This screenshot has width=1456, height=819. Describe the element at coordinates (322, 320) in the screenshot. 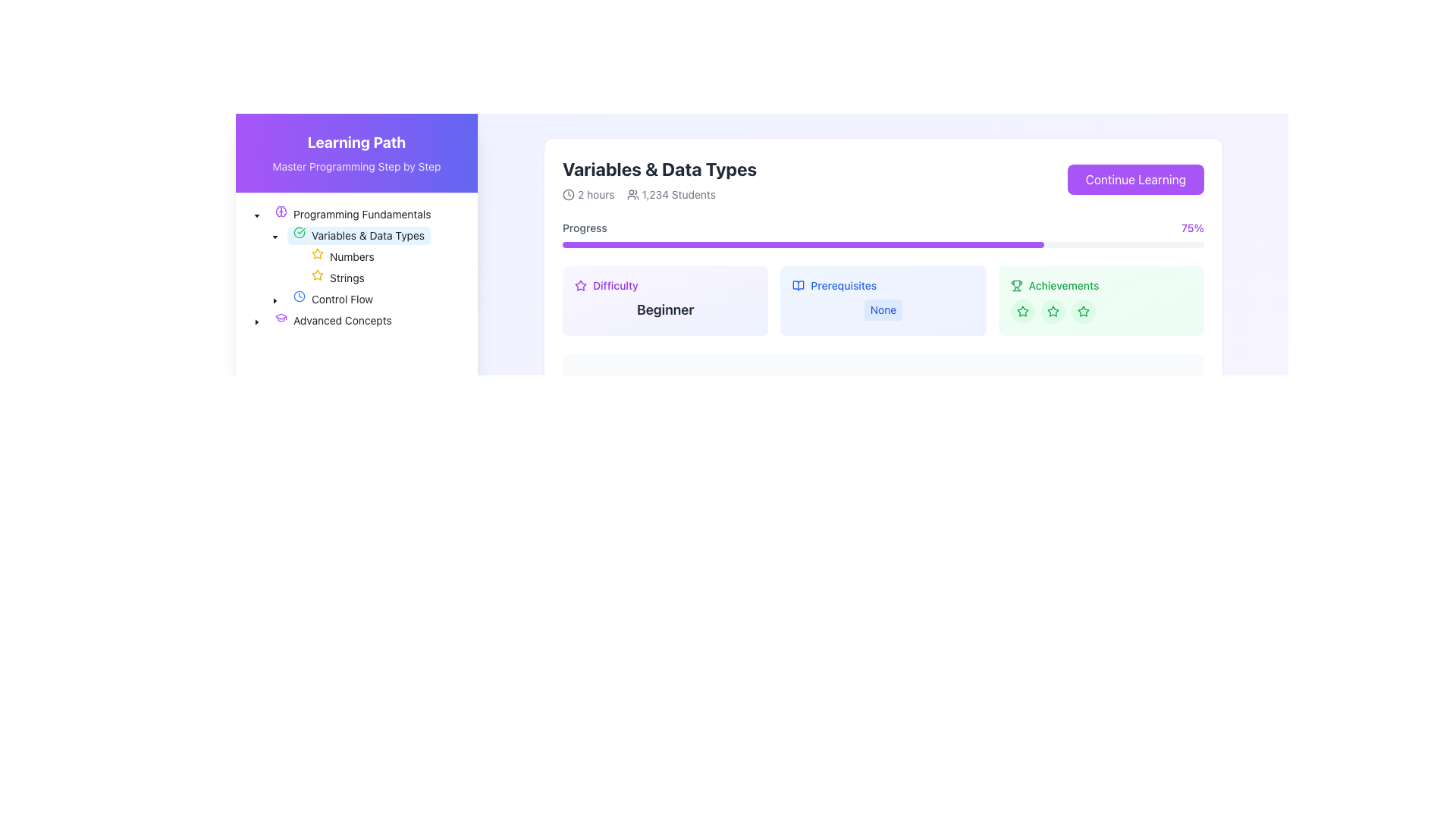

I see `the 'Advanced Concepts' tree node item in the hierarchical list` at that location.